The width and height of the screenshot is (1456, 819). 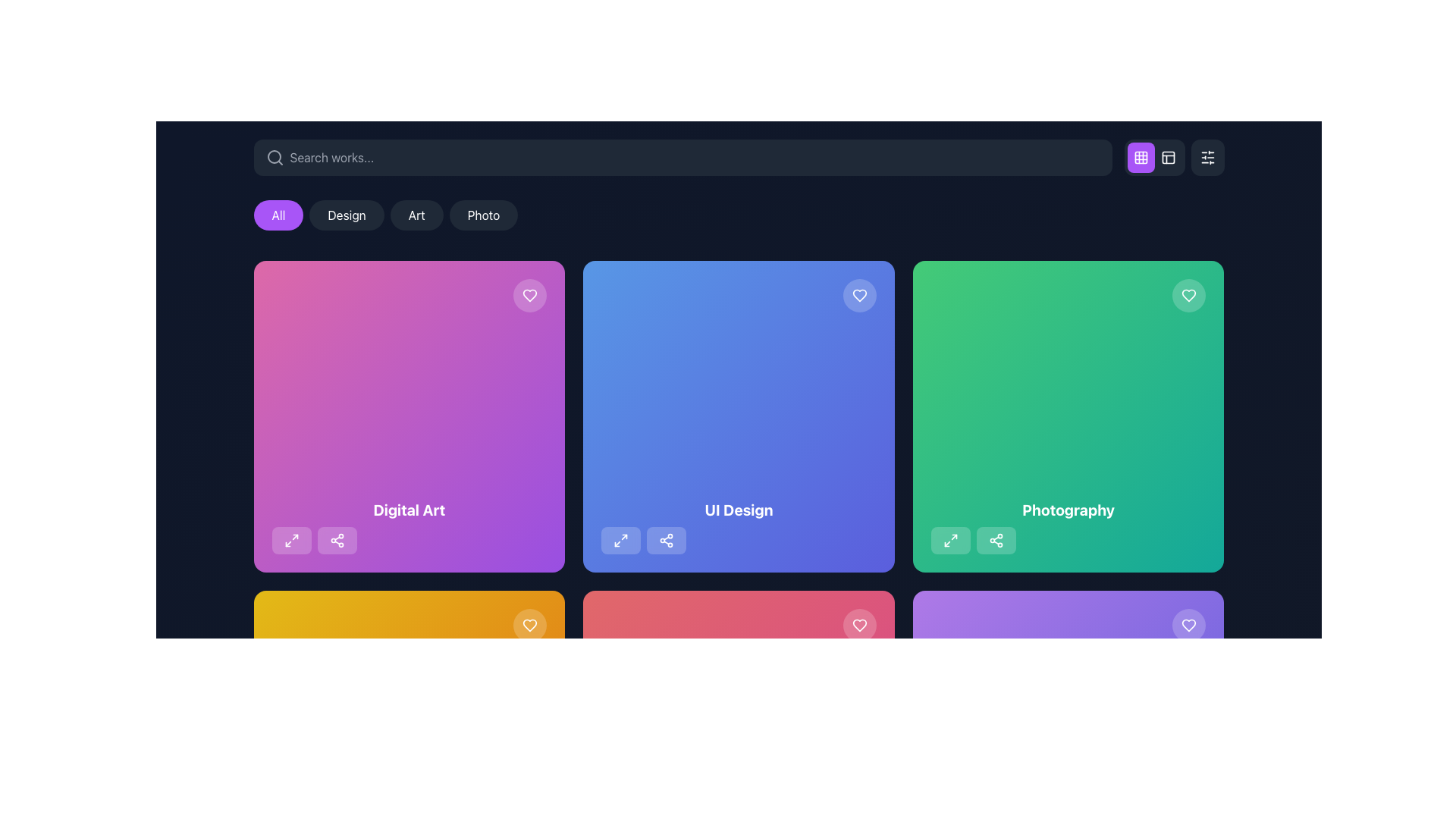 What do you see at coordinates (291, 539) in the screenshot?
I see `the button located at the bottom-left of the 'Digital Art' card to maximize the card content` at bounding box center [291, 539].